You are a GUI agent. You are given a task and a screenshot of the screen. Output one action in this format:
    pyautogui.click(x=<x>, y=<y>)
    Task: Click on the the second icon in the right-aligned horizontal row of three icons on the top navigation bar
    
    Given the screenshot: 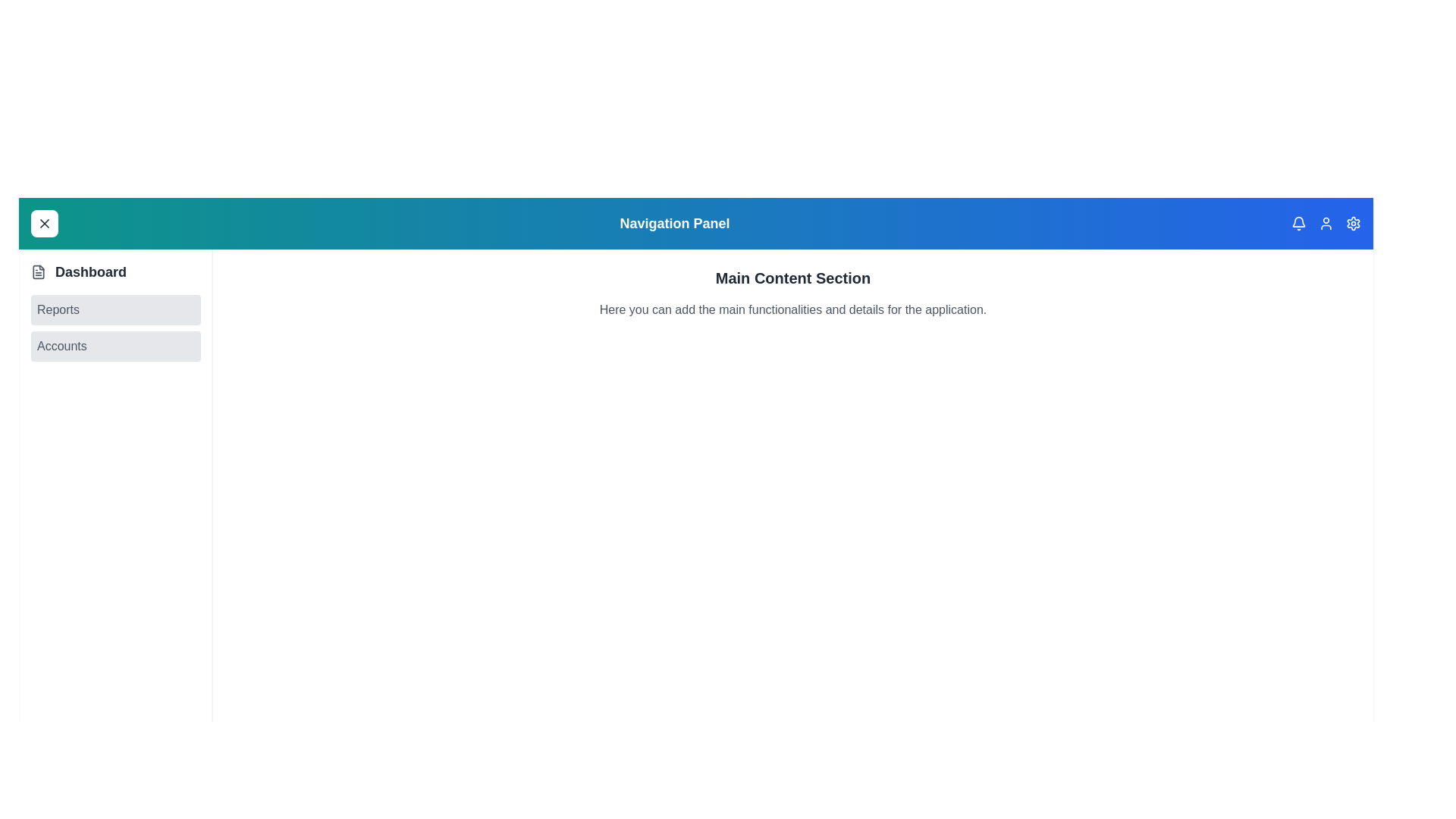 What is the action you would take?
    pyautogui.click(x=1325, y=223)
    